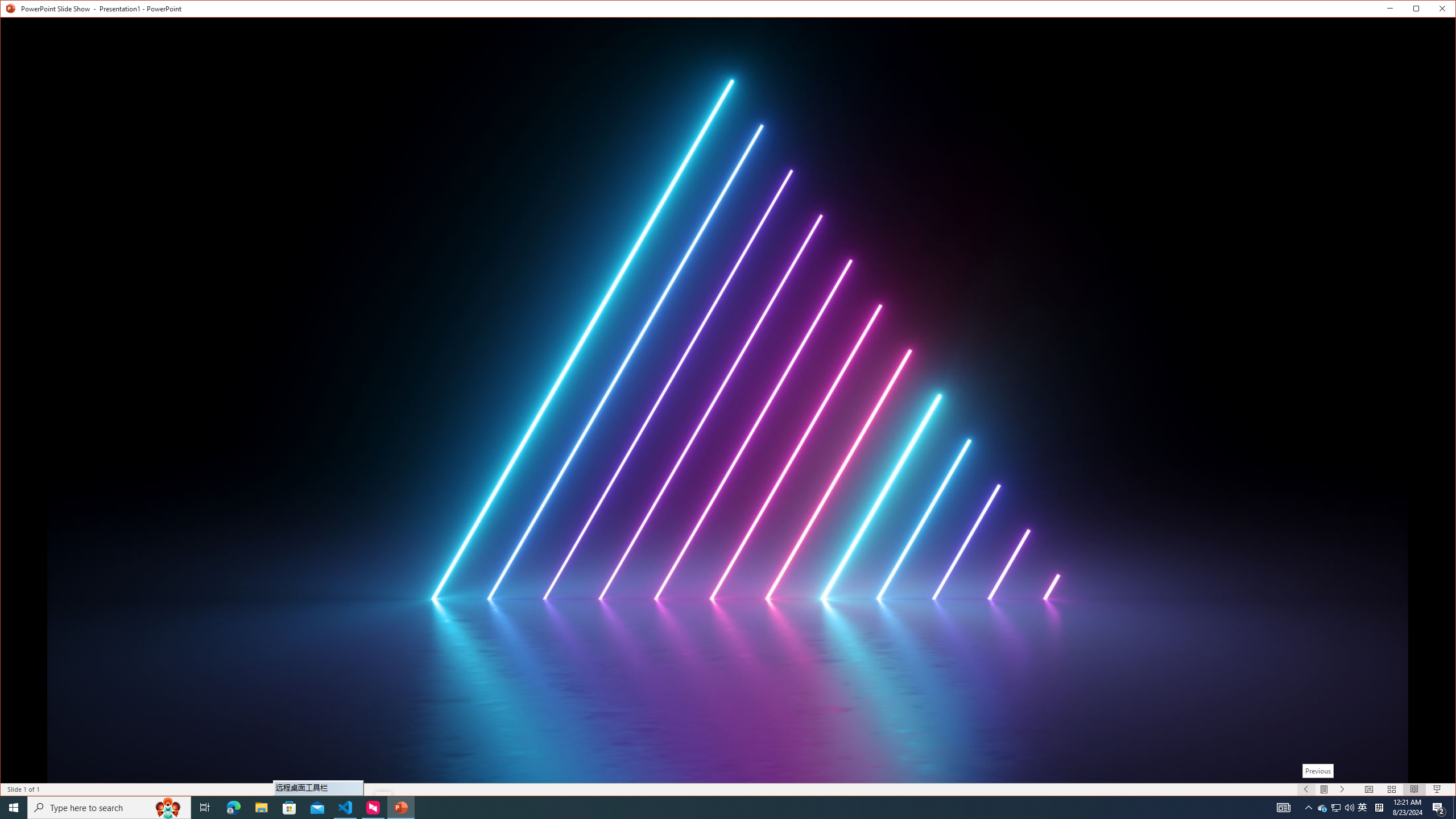  Describe the element at coordinates (1336, 806) in the screenshot. I see `'User Promoted Notification Area'` at that location.